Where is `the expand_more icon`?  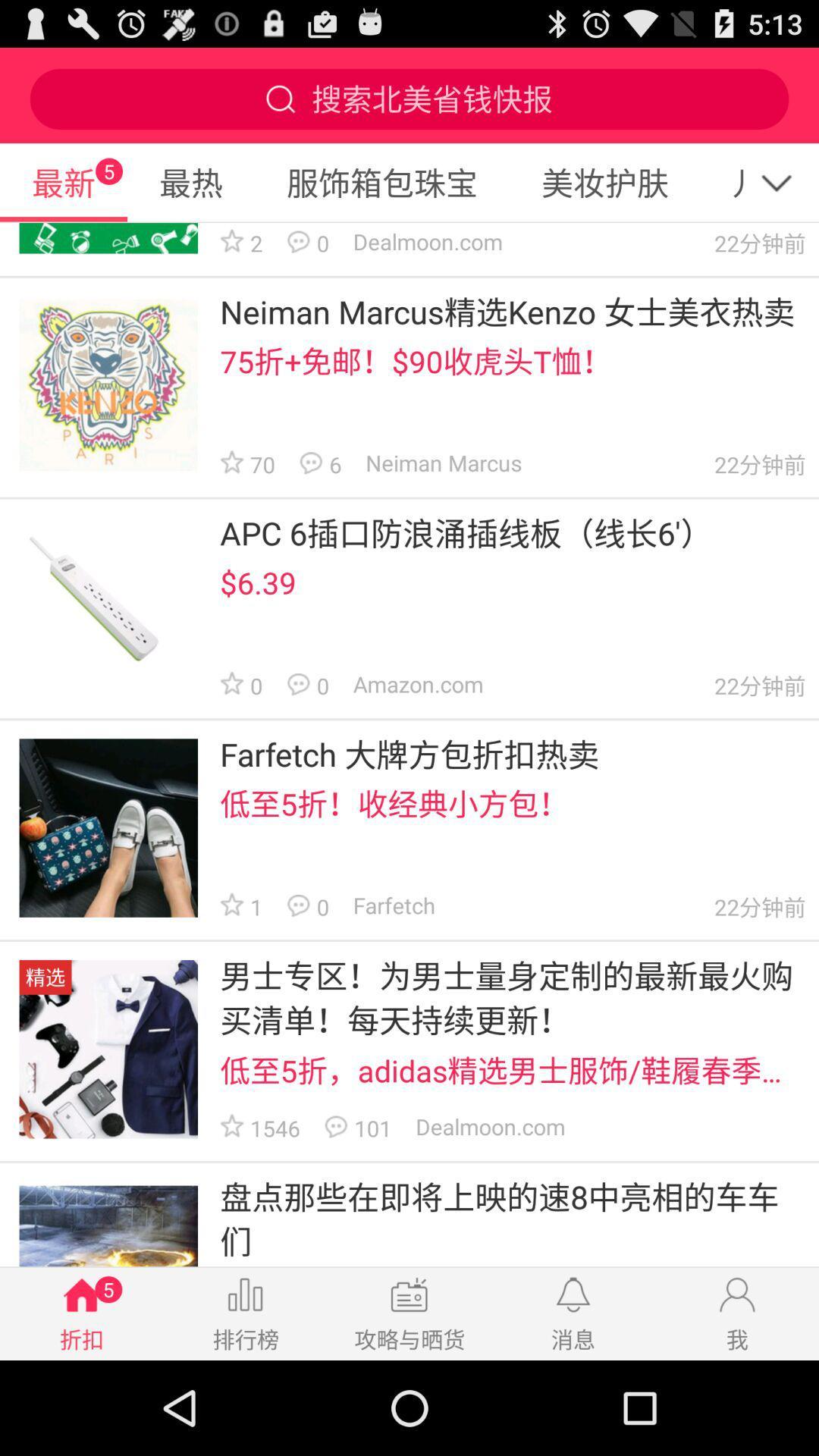
the expand_more icon is located at coordinates (784, 195).